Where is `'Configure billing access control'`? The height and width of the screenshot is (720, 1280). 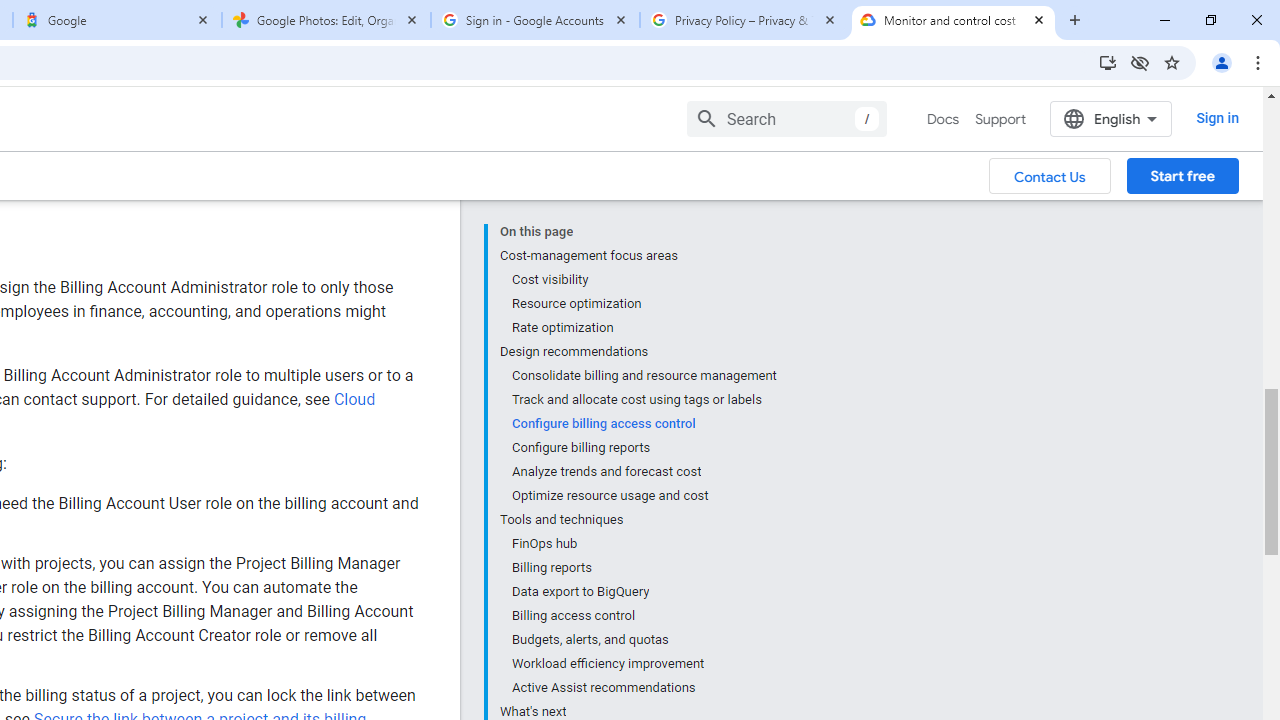 'Configure billing access control' is located at coordinates (643, 423).